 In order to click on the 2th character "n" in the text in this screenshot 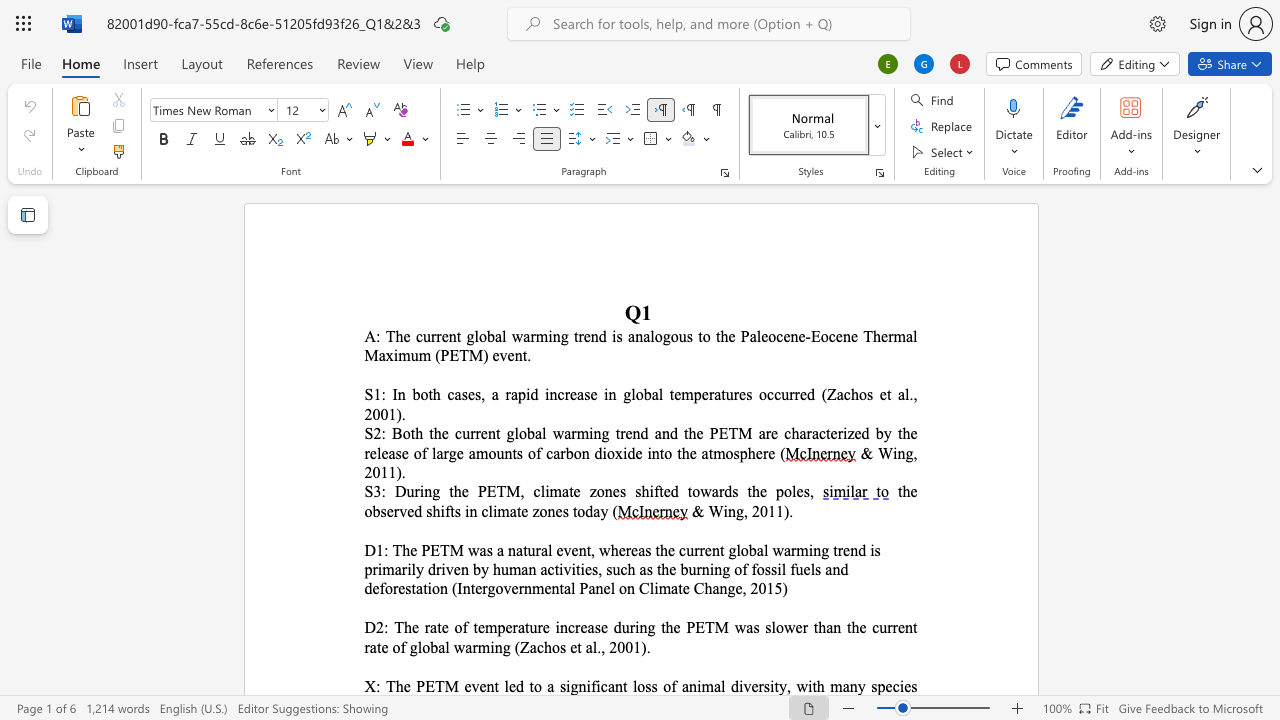, I will do `click(596, 432)`.